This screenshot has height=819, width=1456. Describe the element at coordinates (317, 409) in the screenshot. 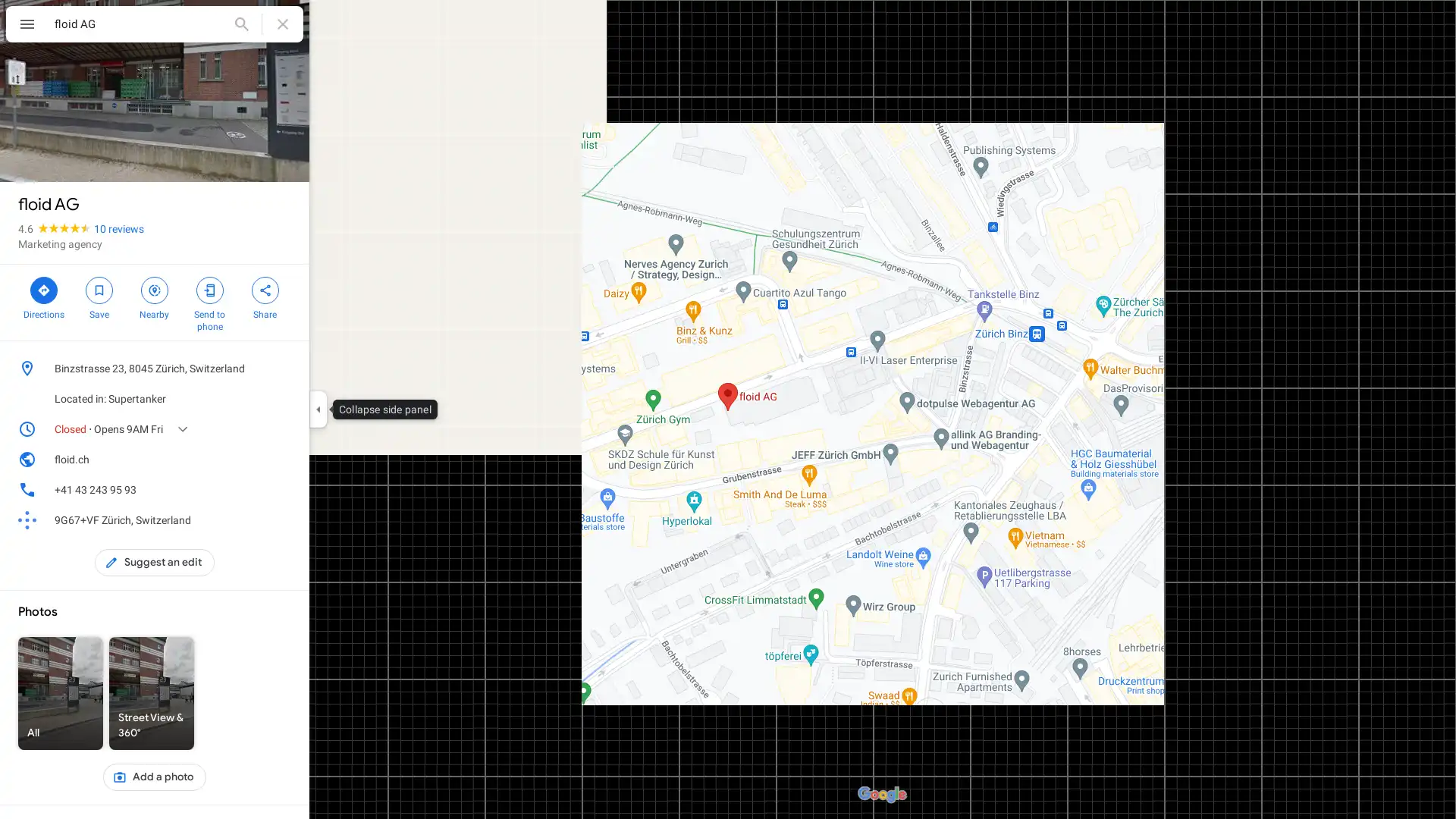

I see `Collapse side panel` at that location.